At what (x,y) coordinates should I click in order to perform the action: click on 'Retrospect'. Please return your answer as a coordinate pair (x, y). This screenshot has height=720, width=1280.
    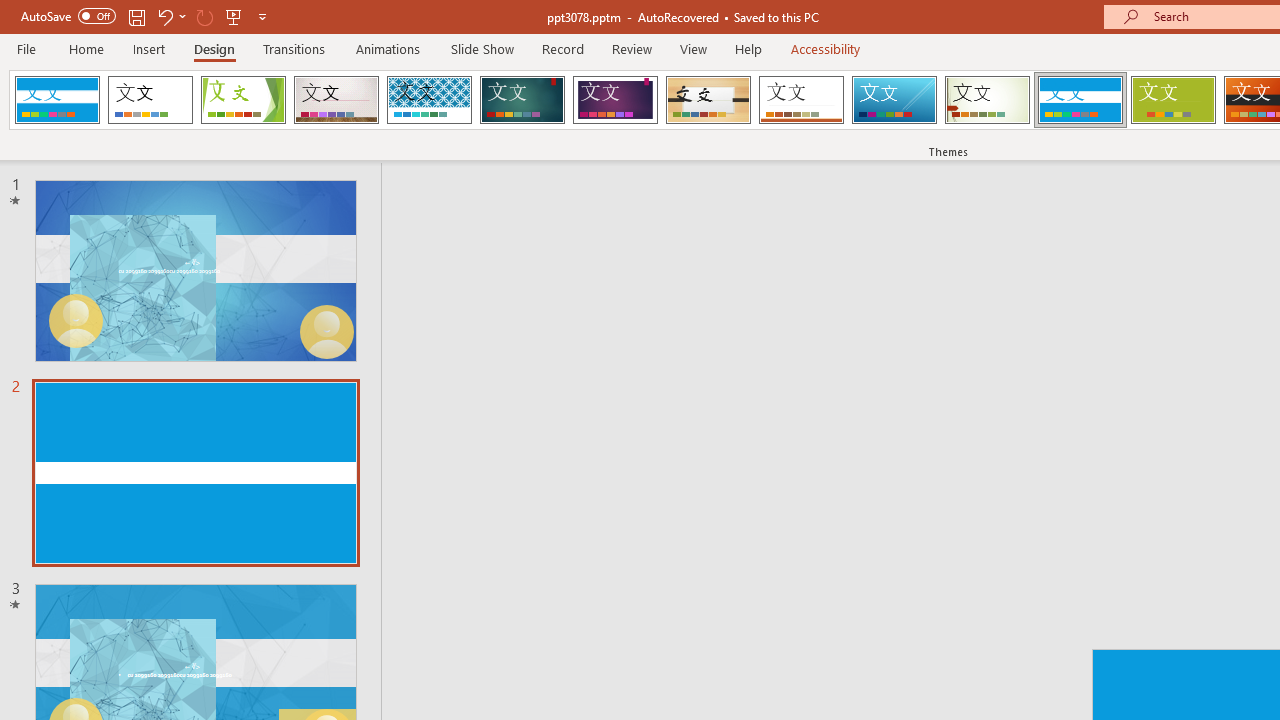
    Looking at the image, I should click on (801, 100).